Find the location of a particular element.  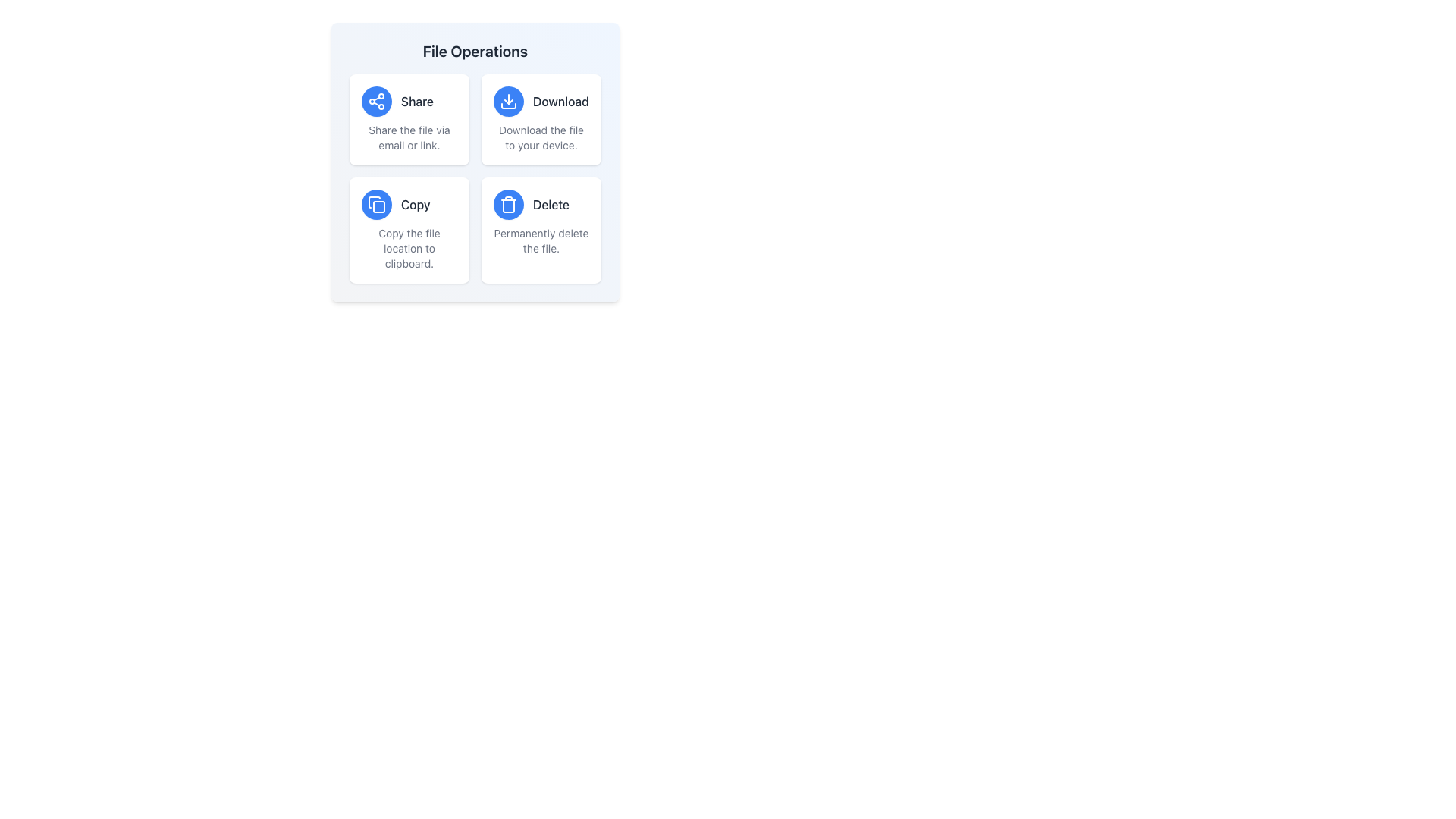

the download button located in the top-right card of the 'File Operations' section for accessibility interactions is located at coordinates (541, 102).